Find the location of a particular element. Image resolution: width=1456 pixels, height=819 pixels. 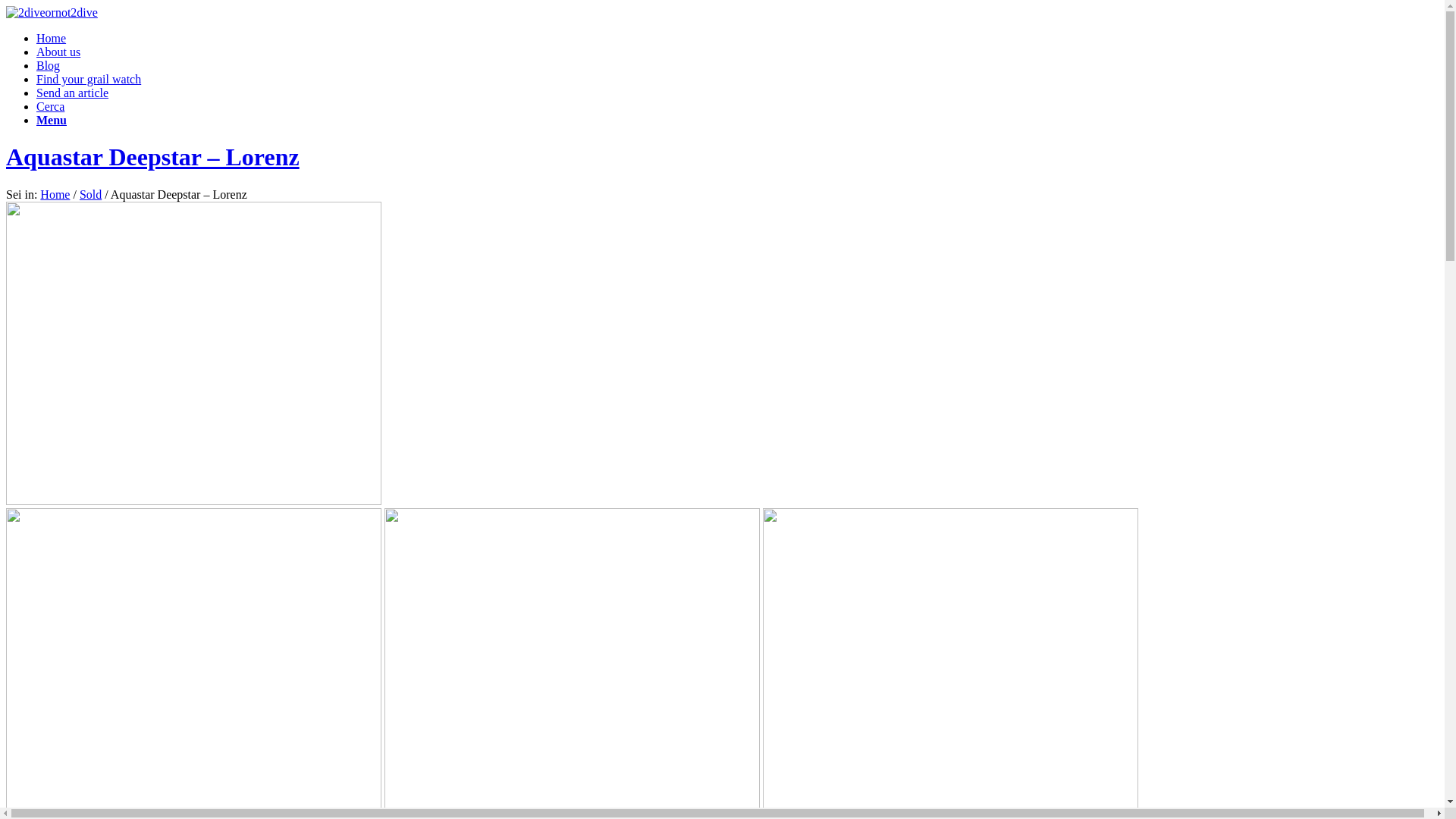

'Home' is located at coordinates (51, 37).